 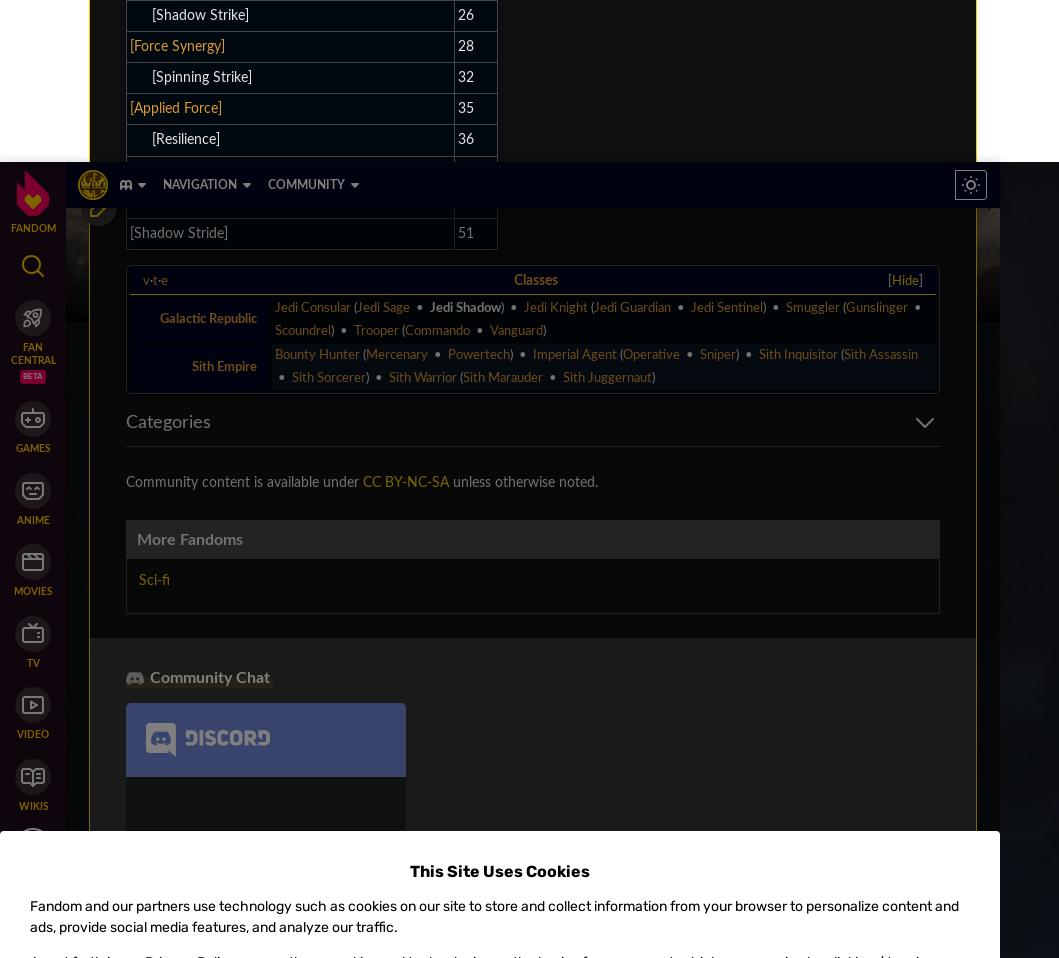 I want to click on 'Community Central', so click(x=143, y=243).